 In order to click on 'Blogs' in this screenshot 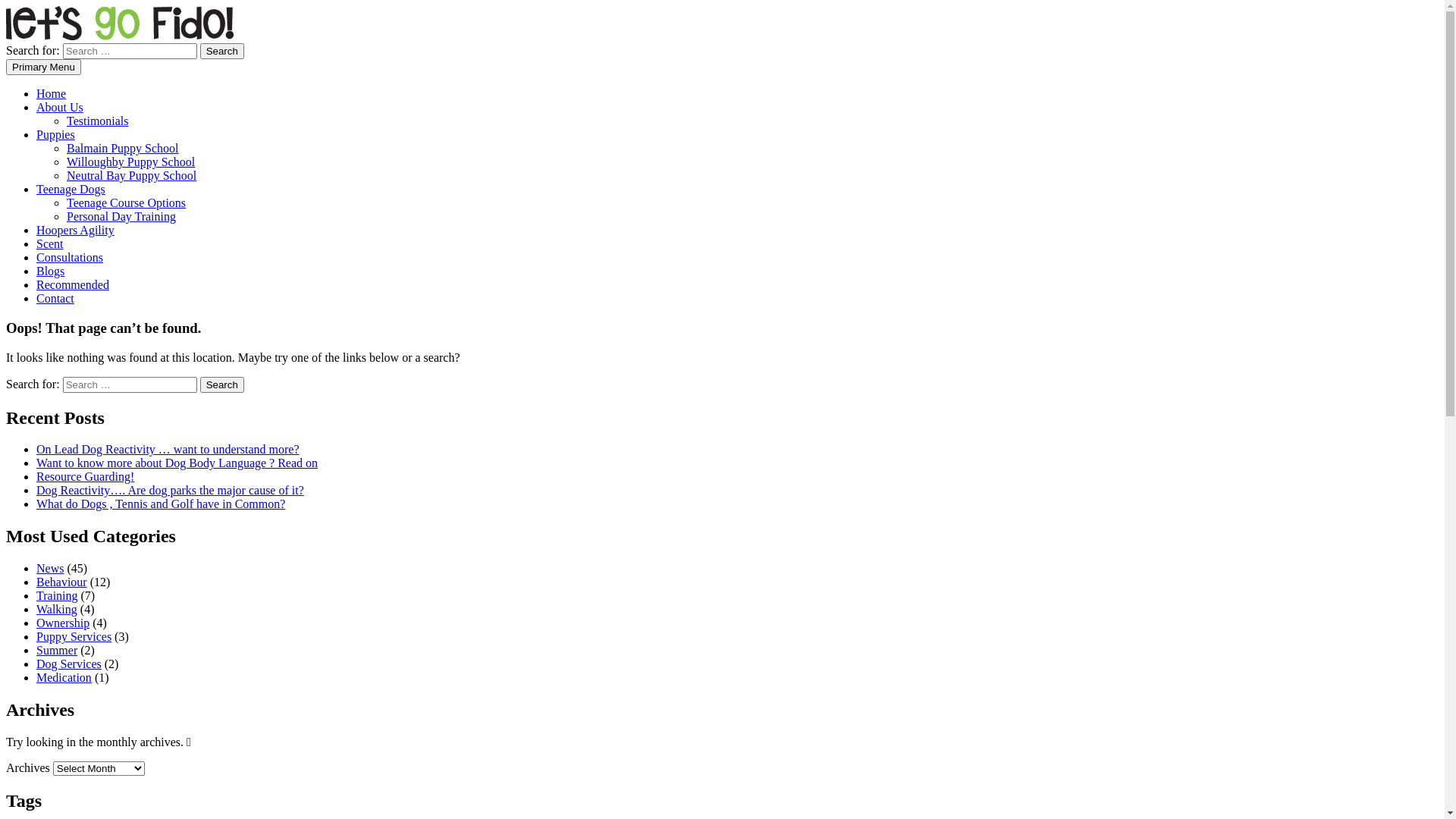, I will do `click(50, 270)`.